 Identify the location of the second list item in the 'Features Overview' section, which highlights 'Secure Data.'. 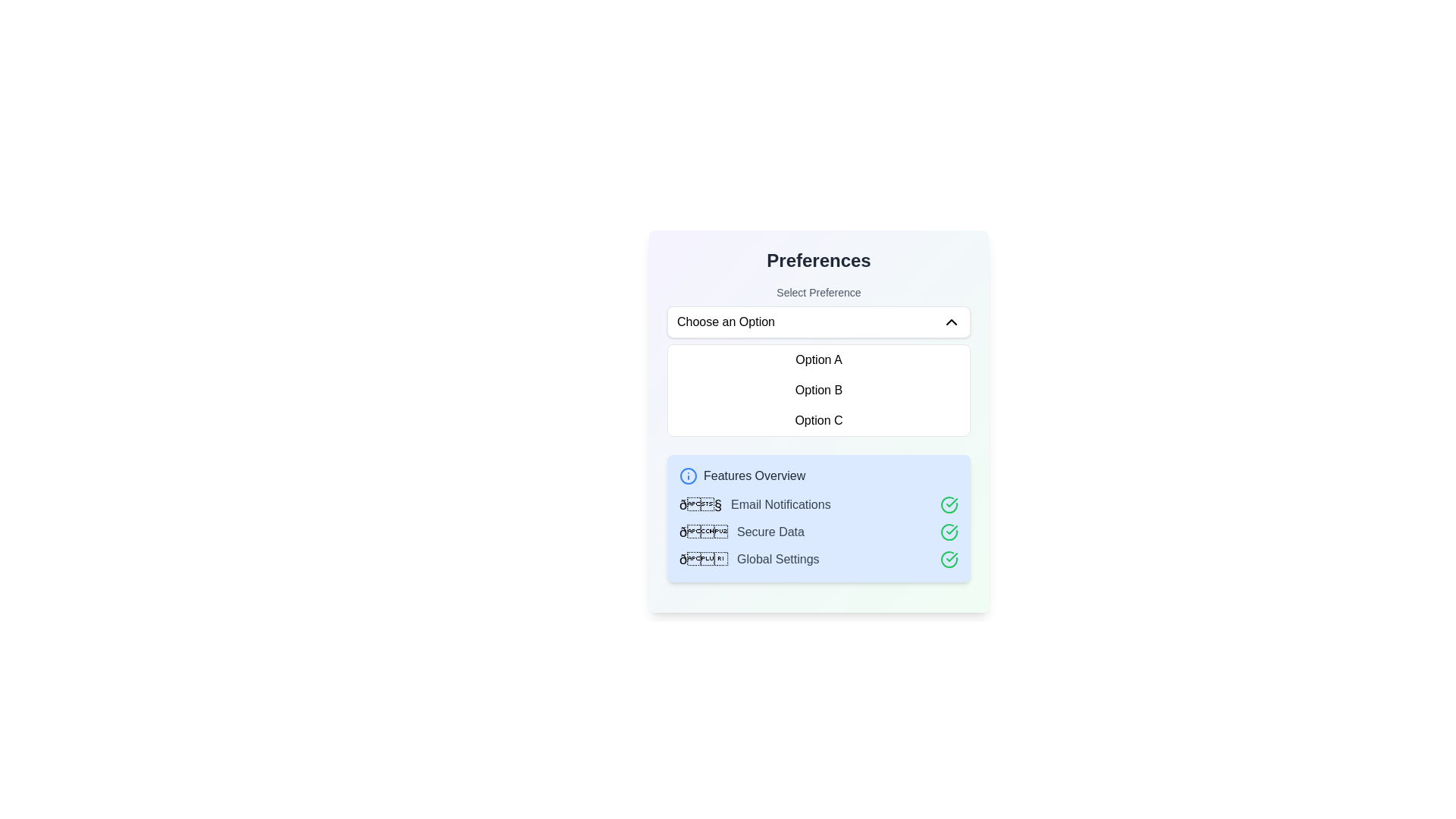
(818, 532).